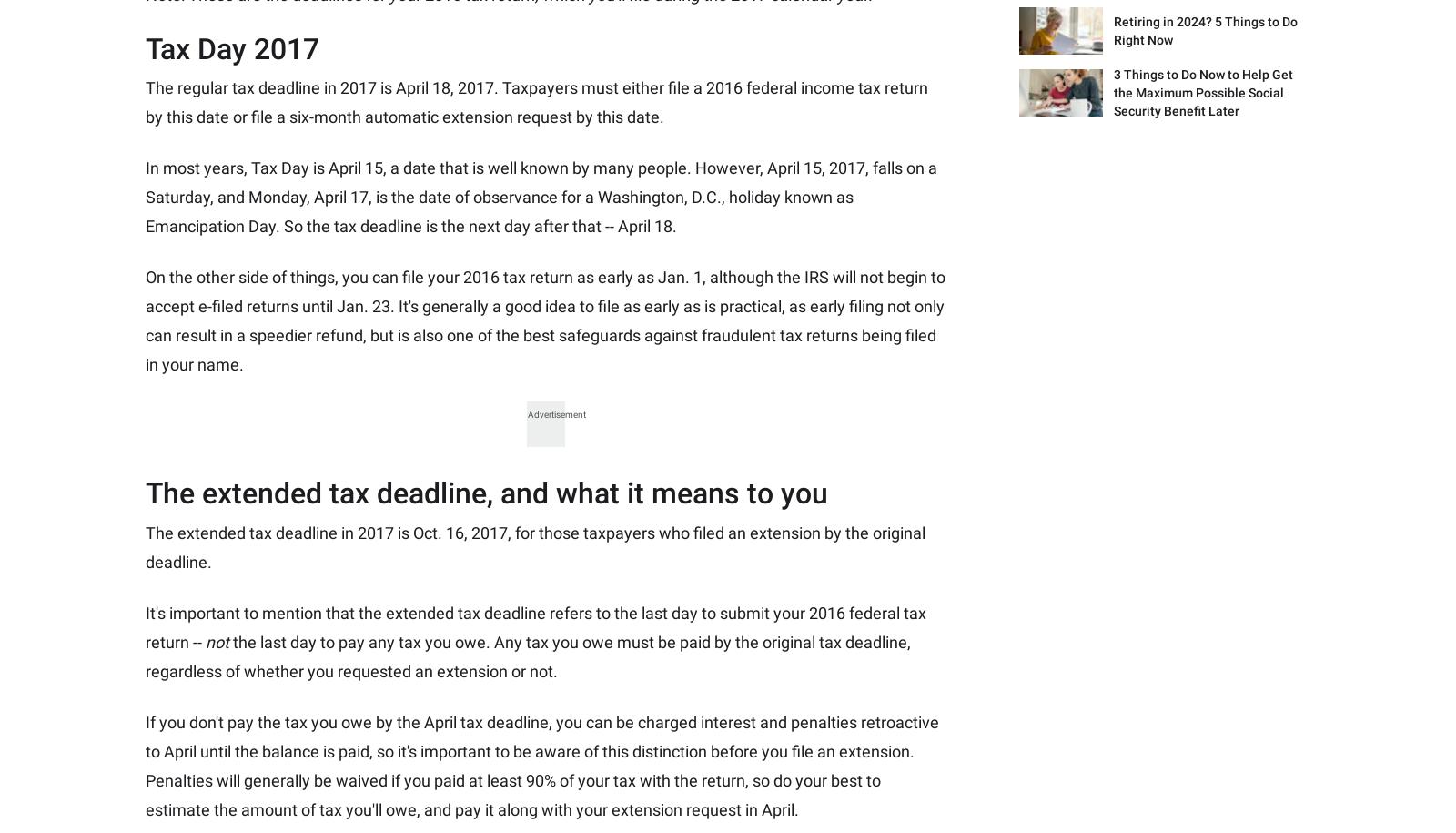  I want to click on 'Disclosure Policy', so click(425, 468).